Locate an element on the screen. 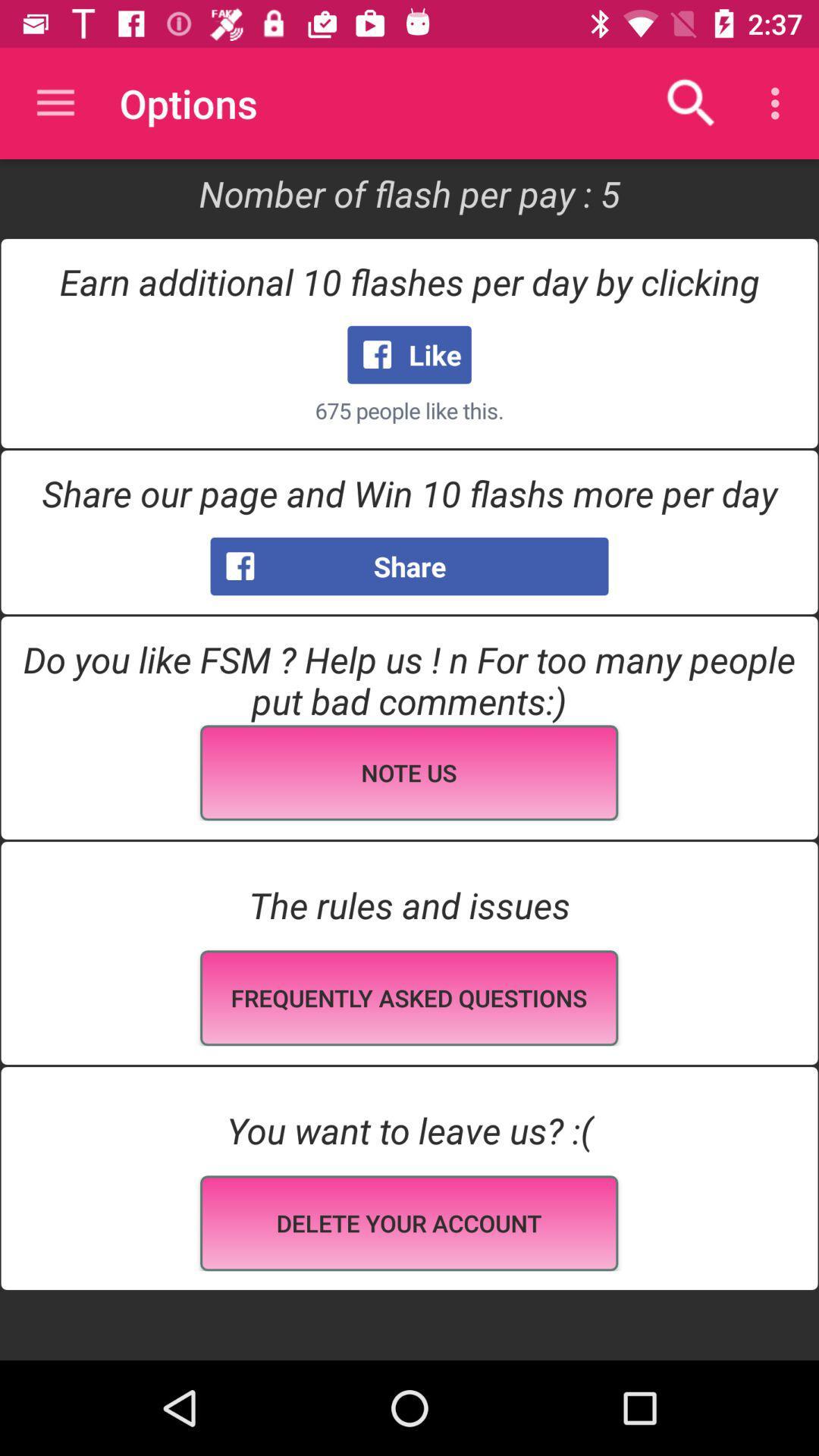 The height and width of the screenshot is (1456, 819). the facebook icon is located at coordinates (205, 561).